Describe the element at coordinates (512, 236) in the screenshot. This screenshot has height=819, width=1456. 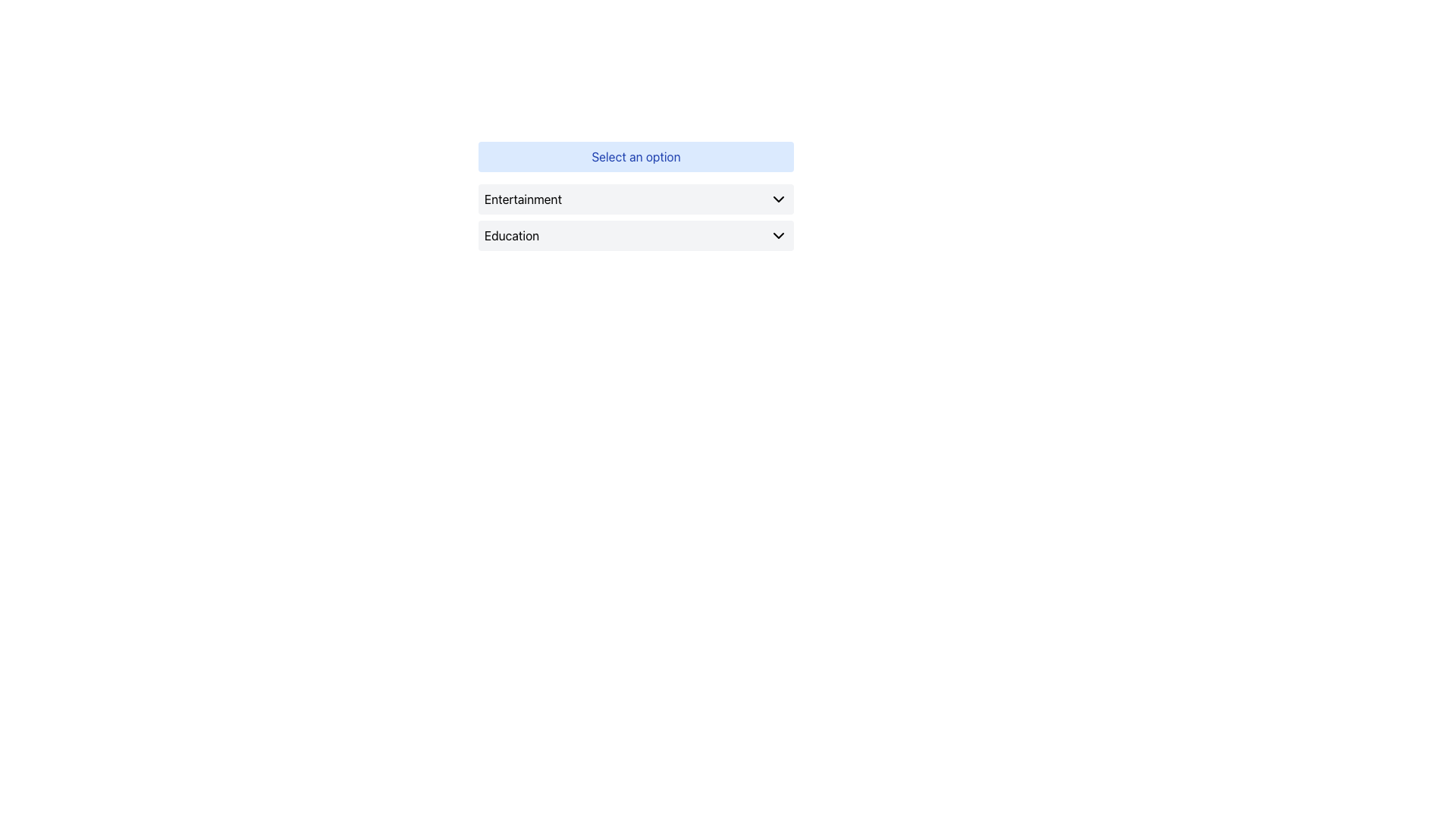
I see `the text label that serves as the title for a selectable category in the dropdown menu, located to the left side of the second button-like option below the 'Select an option' prompt` at that location.